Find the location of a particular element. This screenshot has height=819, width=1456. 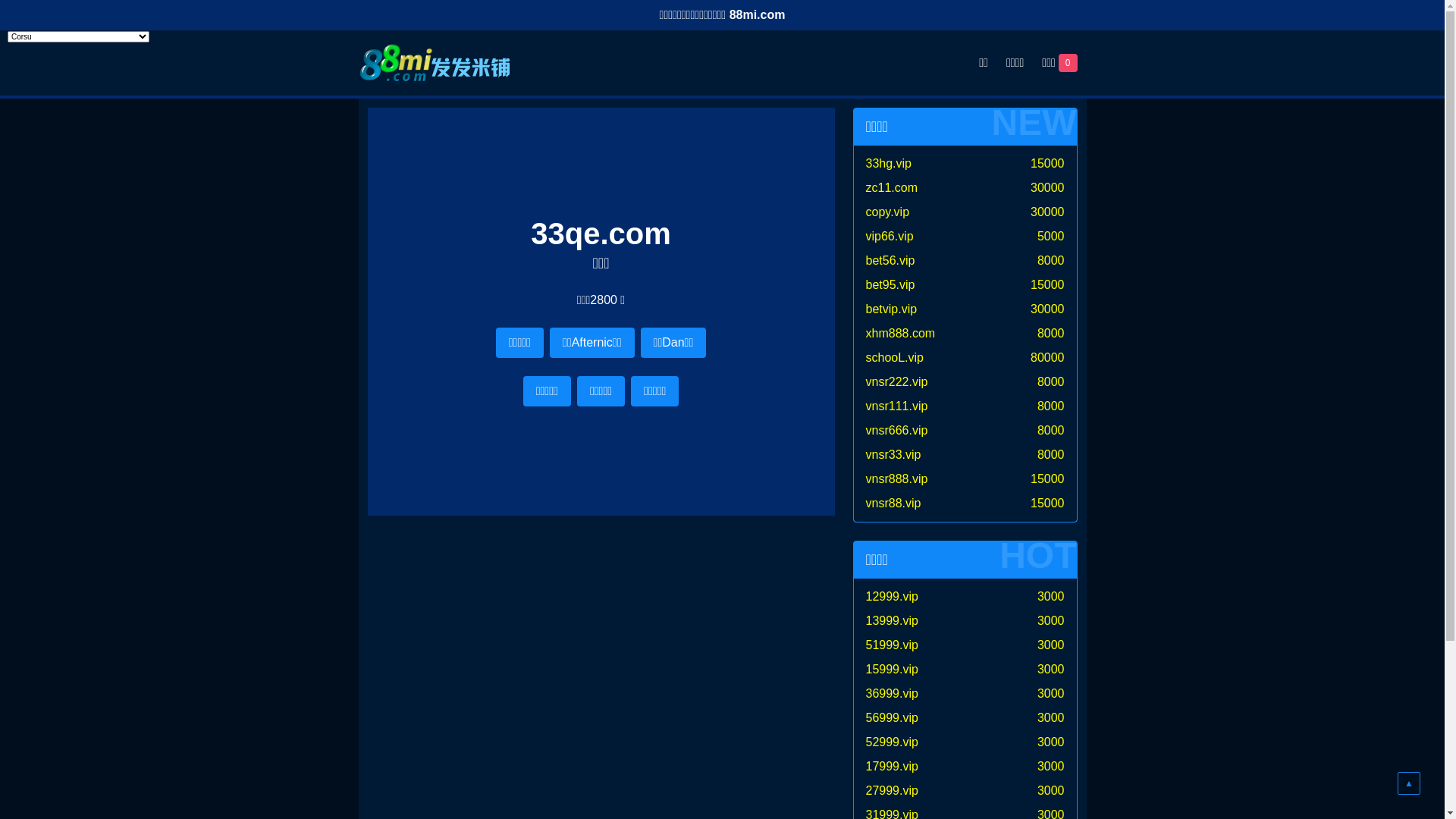

'8000' is located at coordinates (1037, 405).